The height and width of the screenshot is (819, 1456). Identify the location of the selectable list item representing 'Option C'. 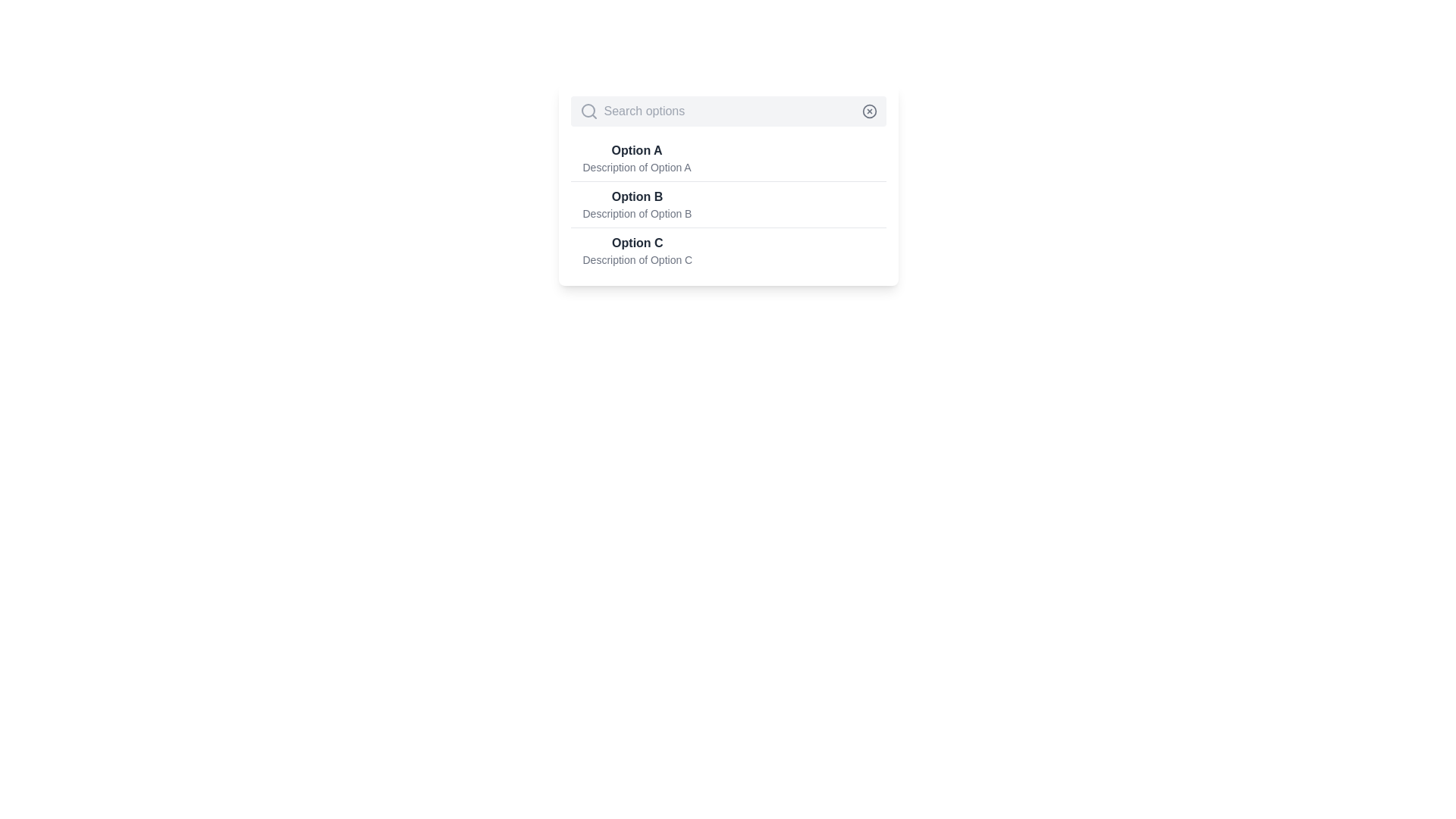
(728, 249).